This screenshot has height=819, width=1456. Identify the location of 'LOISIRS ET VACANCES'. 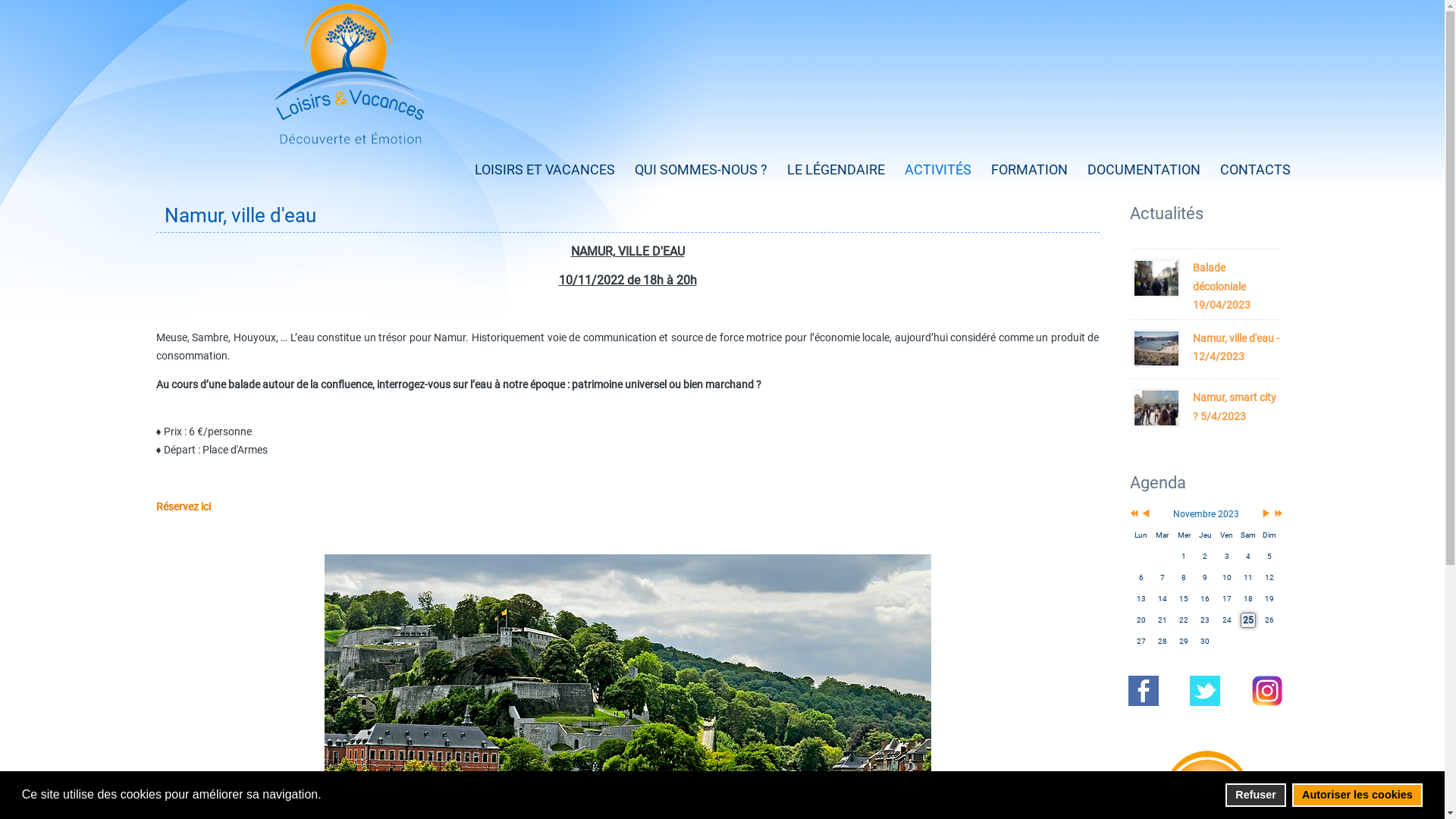
(544, 169).